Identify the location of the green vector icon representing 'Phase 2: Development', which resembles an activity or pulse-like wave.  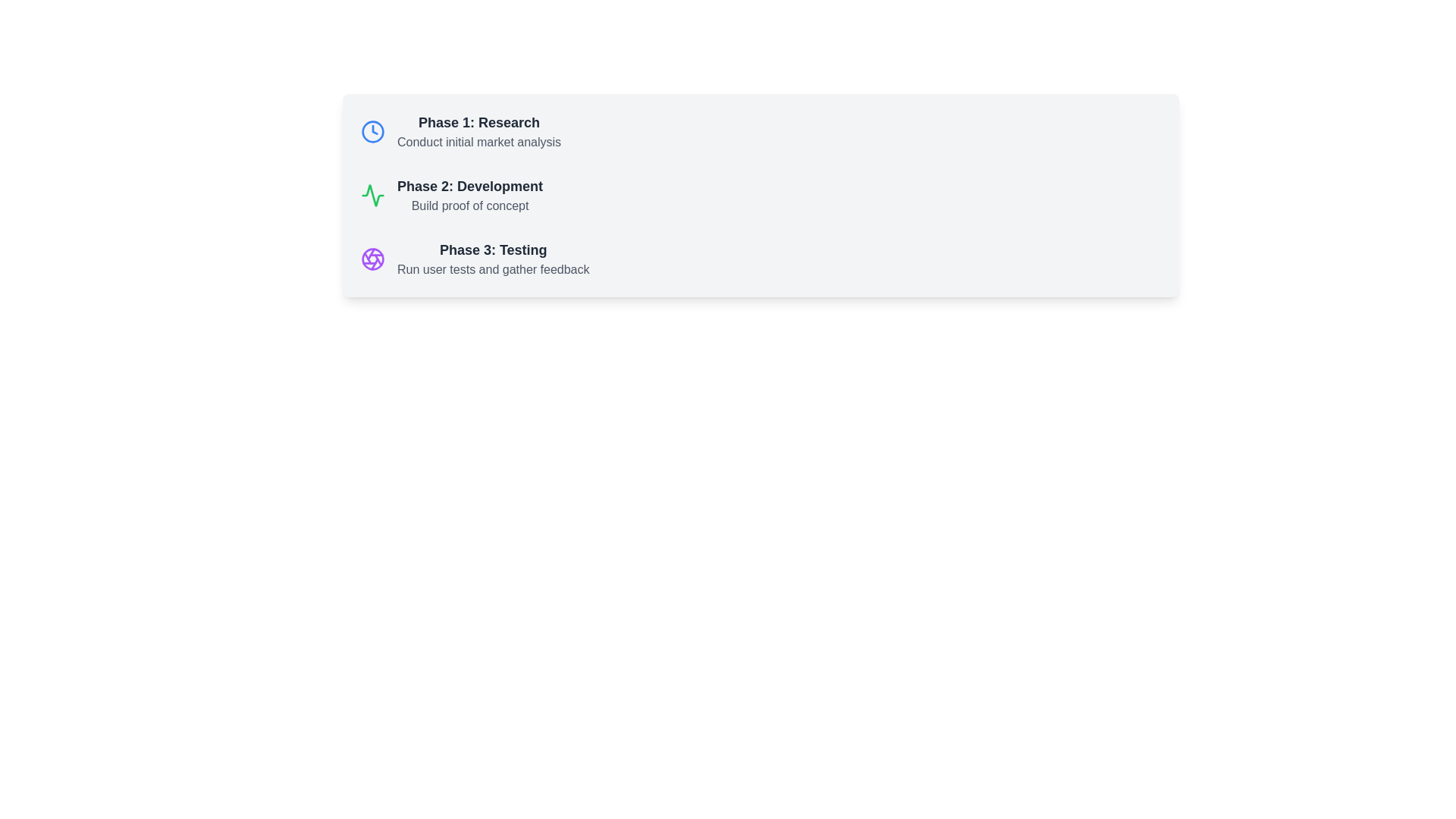
(372, 195).